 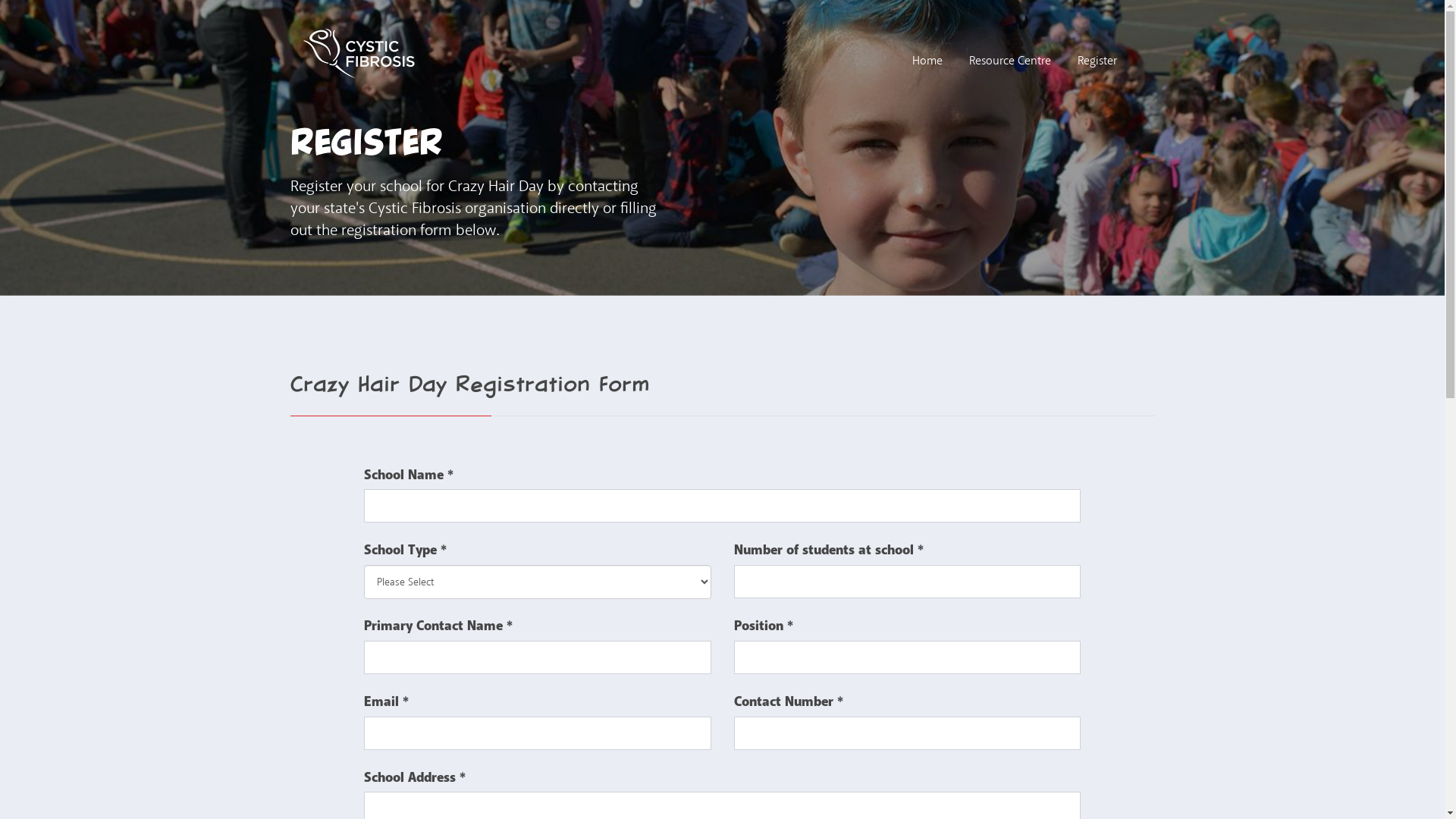 I want to click on 'Resource Centre', so click(x=968, y=61).